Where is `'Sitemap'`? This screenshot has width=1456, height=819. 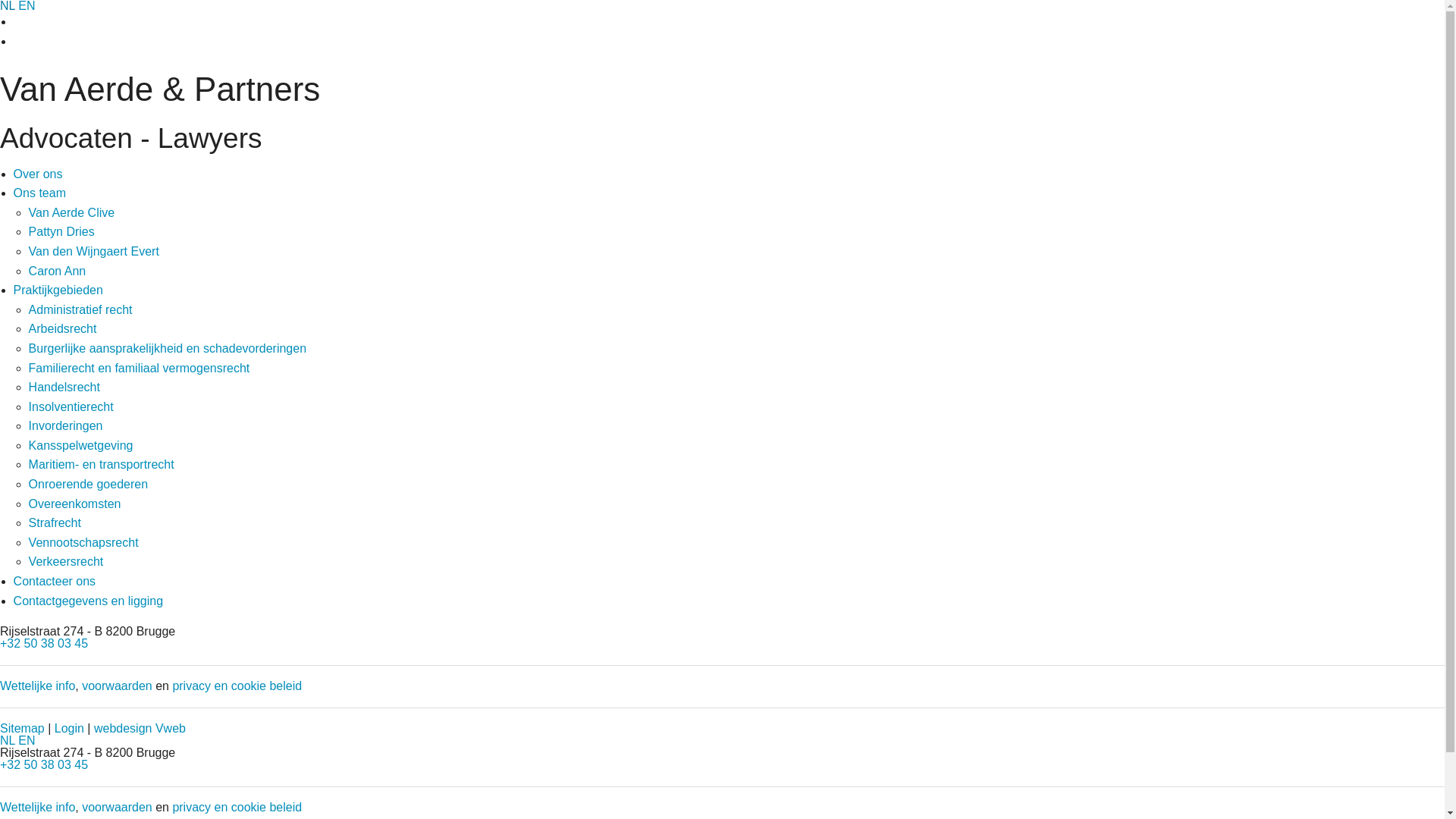 'Sitemap' is located at coordinates (22, 727).